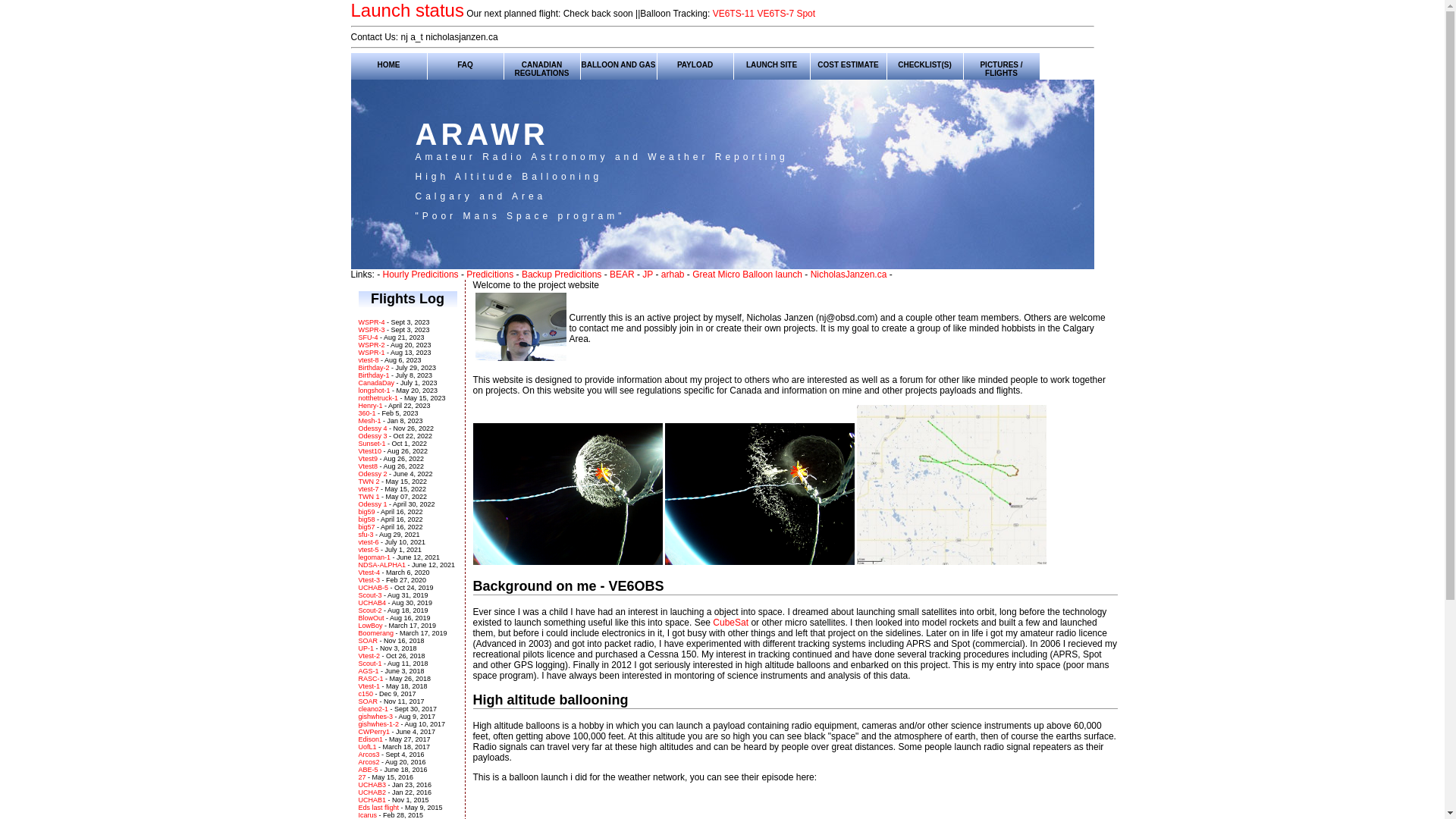 The height and width of the screenshot is (819, 1456). Describe the element at coordinates (370, 626) in the screenshot. I see `'LowBoy'` at that location.